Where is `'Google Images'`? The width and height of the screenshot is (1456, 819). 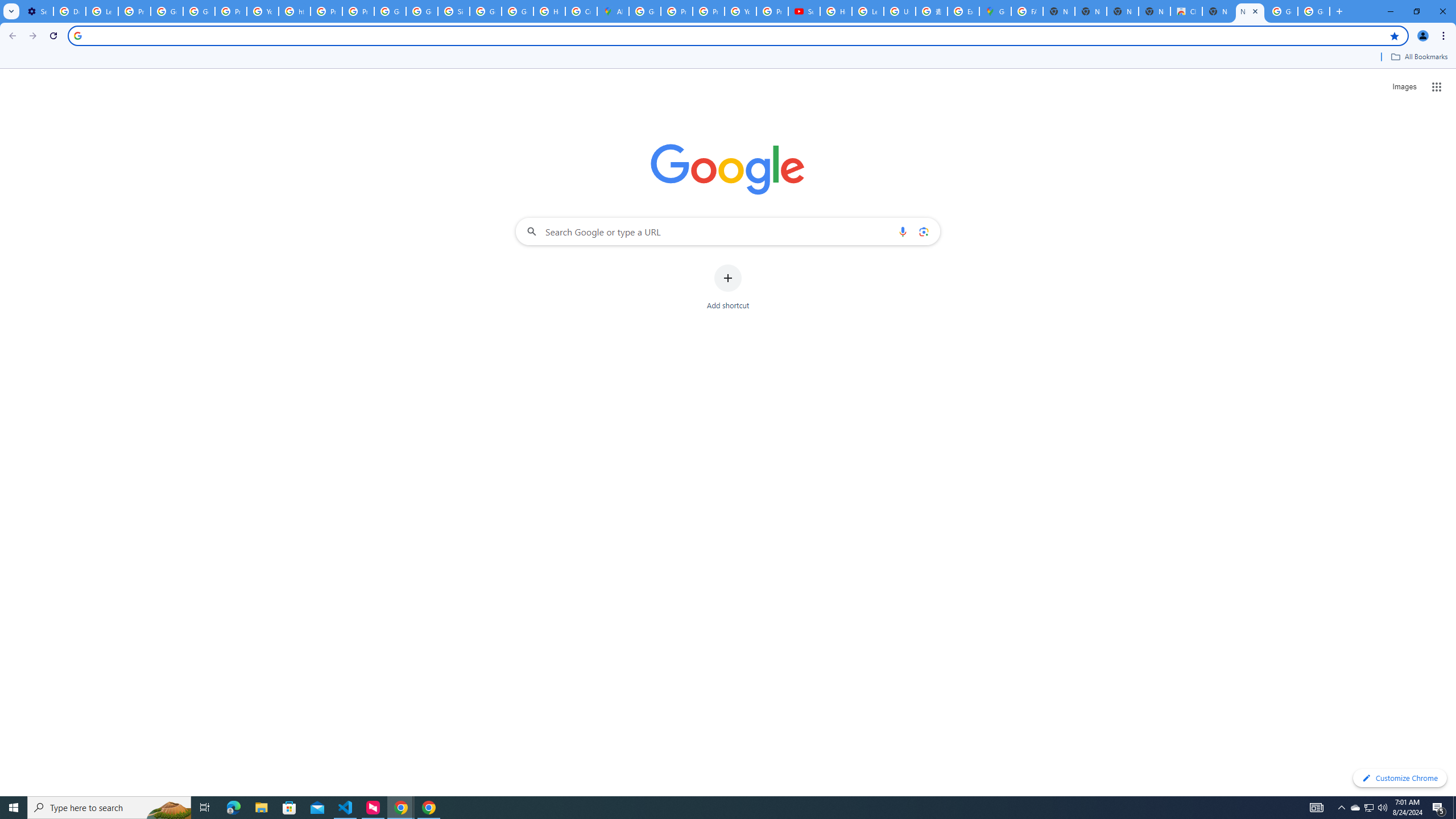 'Google Images' is located at coordinates (1282, 11).